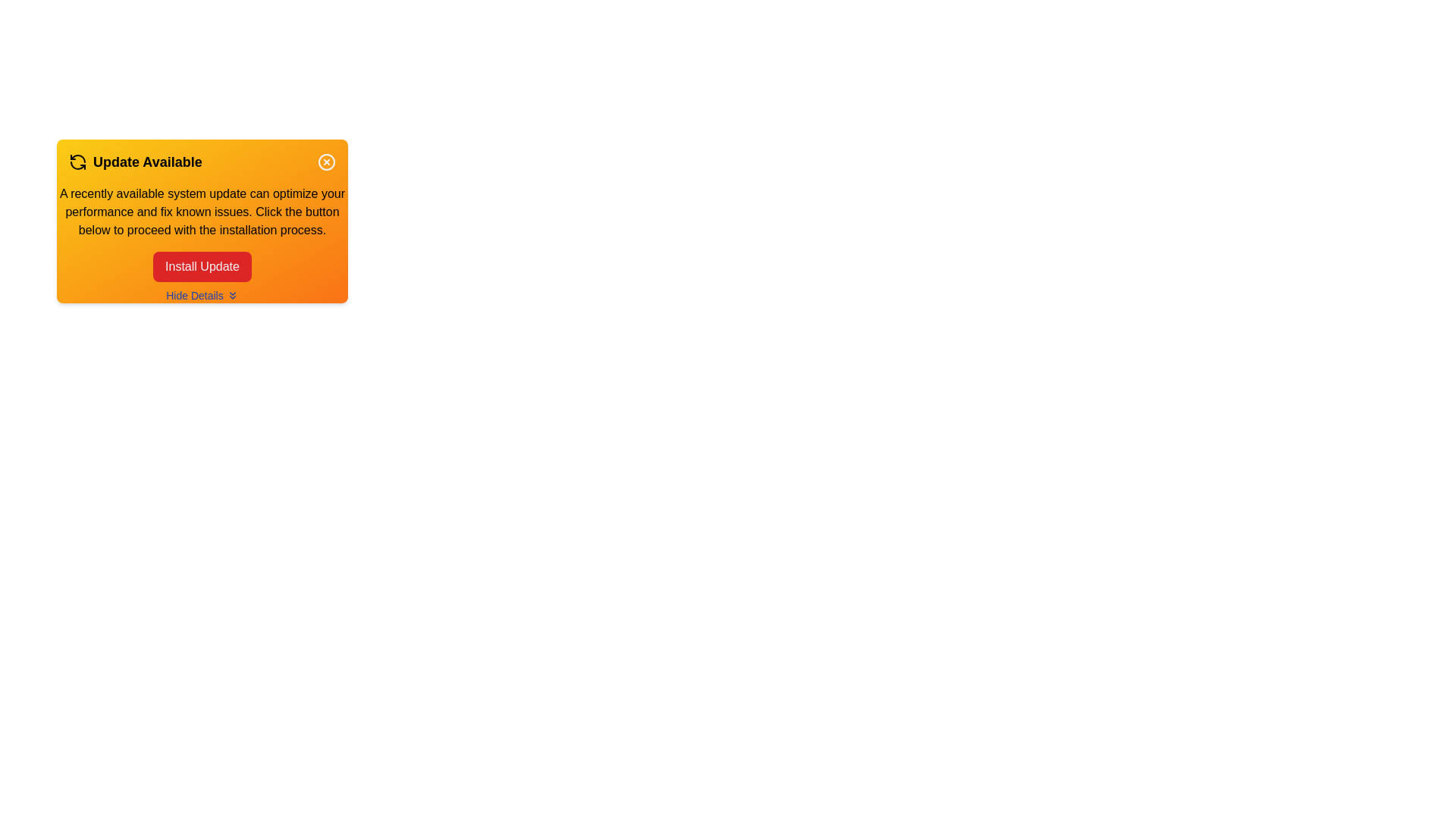 The height and width of the screenshot is (819, 1456). Describe the element at coordinates (202, 265) in the screenshot. I see `'Install Update' button to initiate the update installation` at that location.